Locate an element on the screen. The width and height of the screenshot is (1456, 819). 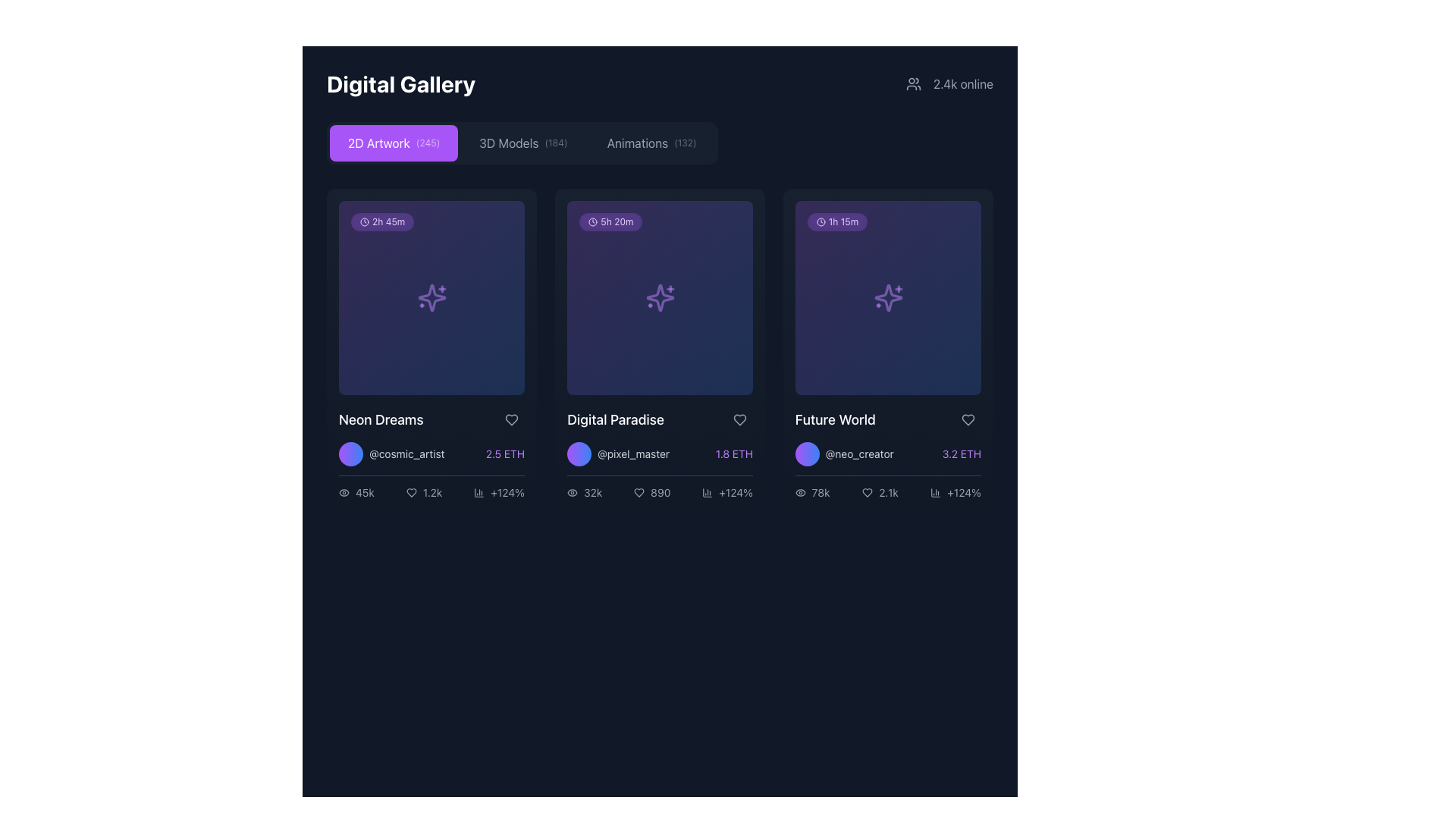
the circular gradient-colored icon transitioning from purple to blue, which is located to the left of the text '@cosmic_artist' is located at coordinates (350, 453).